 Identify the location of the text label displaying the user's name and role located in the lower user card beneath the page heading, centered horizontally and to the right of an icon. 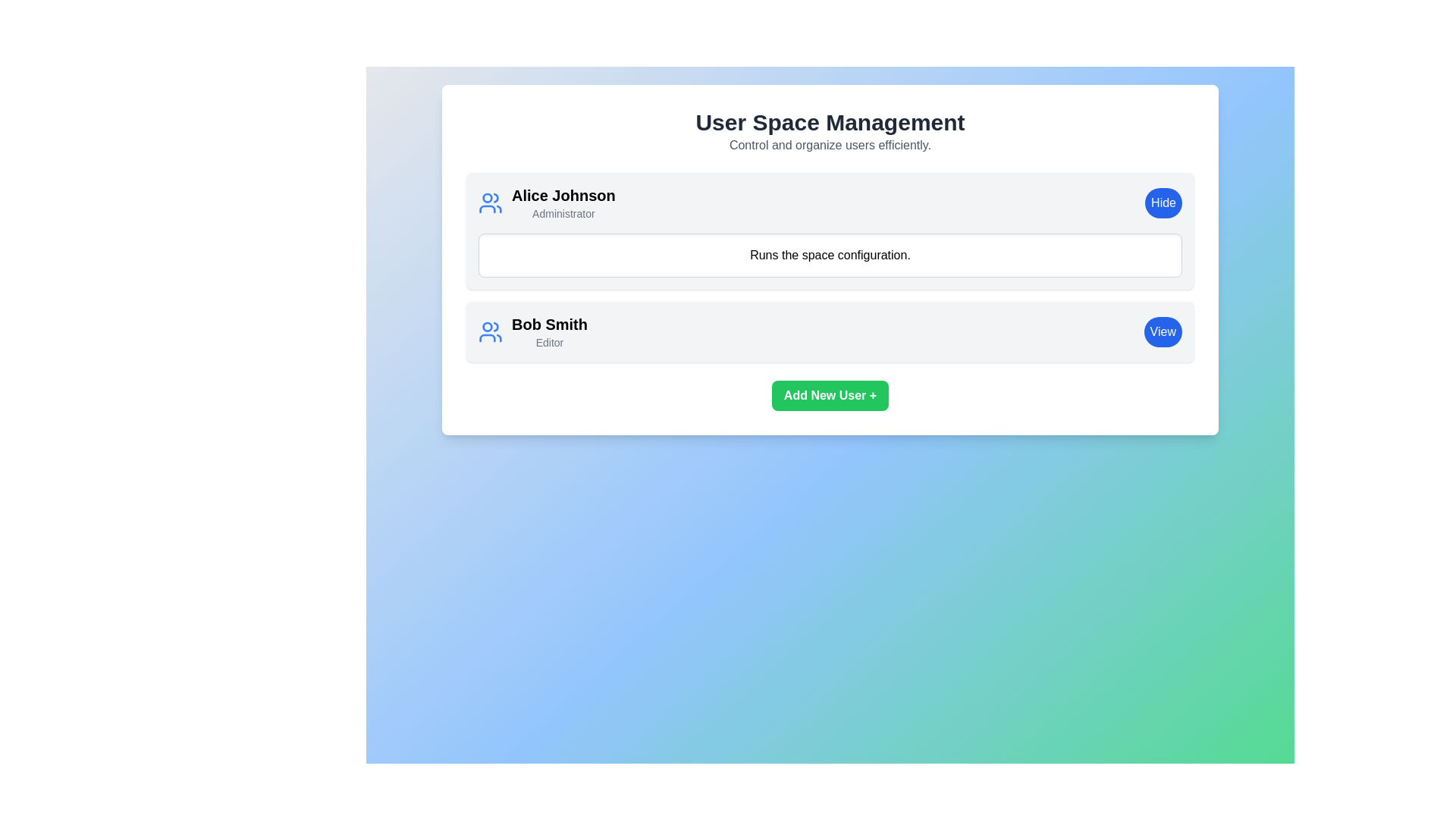
(548, 331).